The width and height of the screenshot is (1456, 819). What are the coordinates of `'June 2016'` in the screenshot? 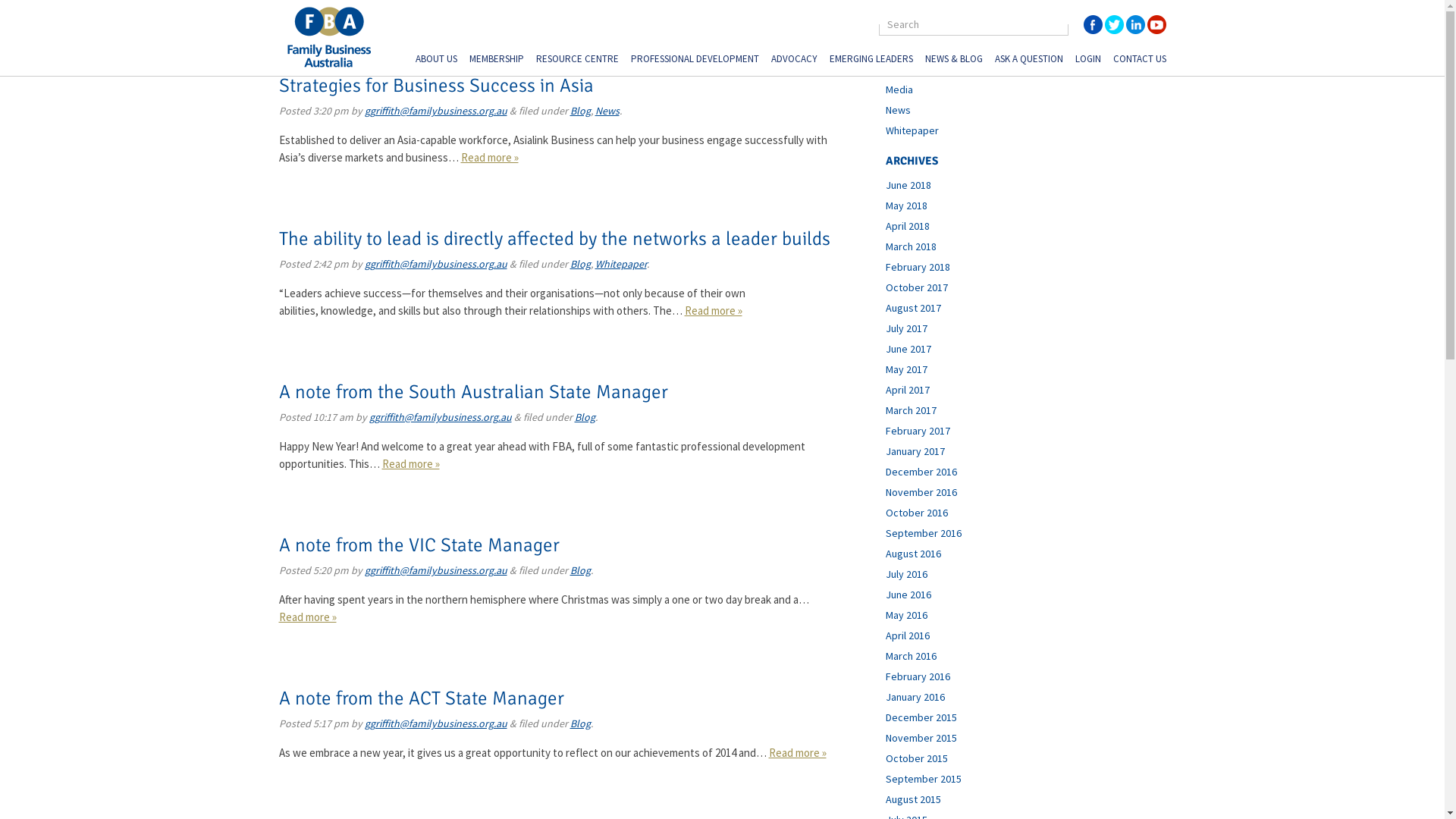 It's located at (908, 593).